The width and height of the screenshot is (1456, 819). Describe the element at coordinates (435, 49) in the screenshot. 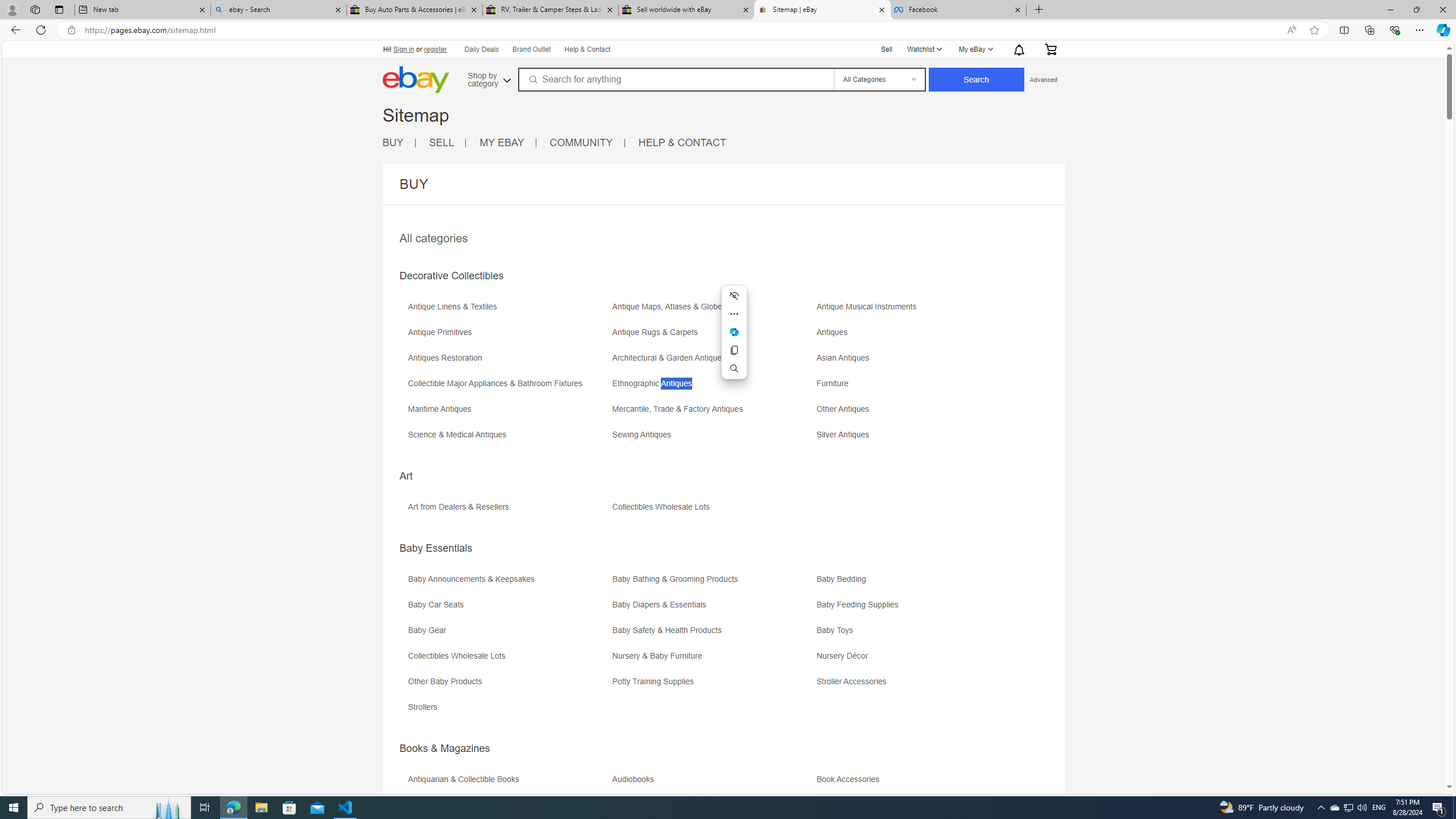

I see `'register'` at that location.